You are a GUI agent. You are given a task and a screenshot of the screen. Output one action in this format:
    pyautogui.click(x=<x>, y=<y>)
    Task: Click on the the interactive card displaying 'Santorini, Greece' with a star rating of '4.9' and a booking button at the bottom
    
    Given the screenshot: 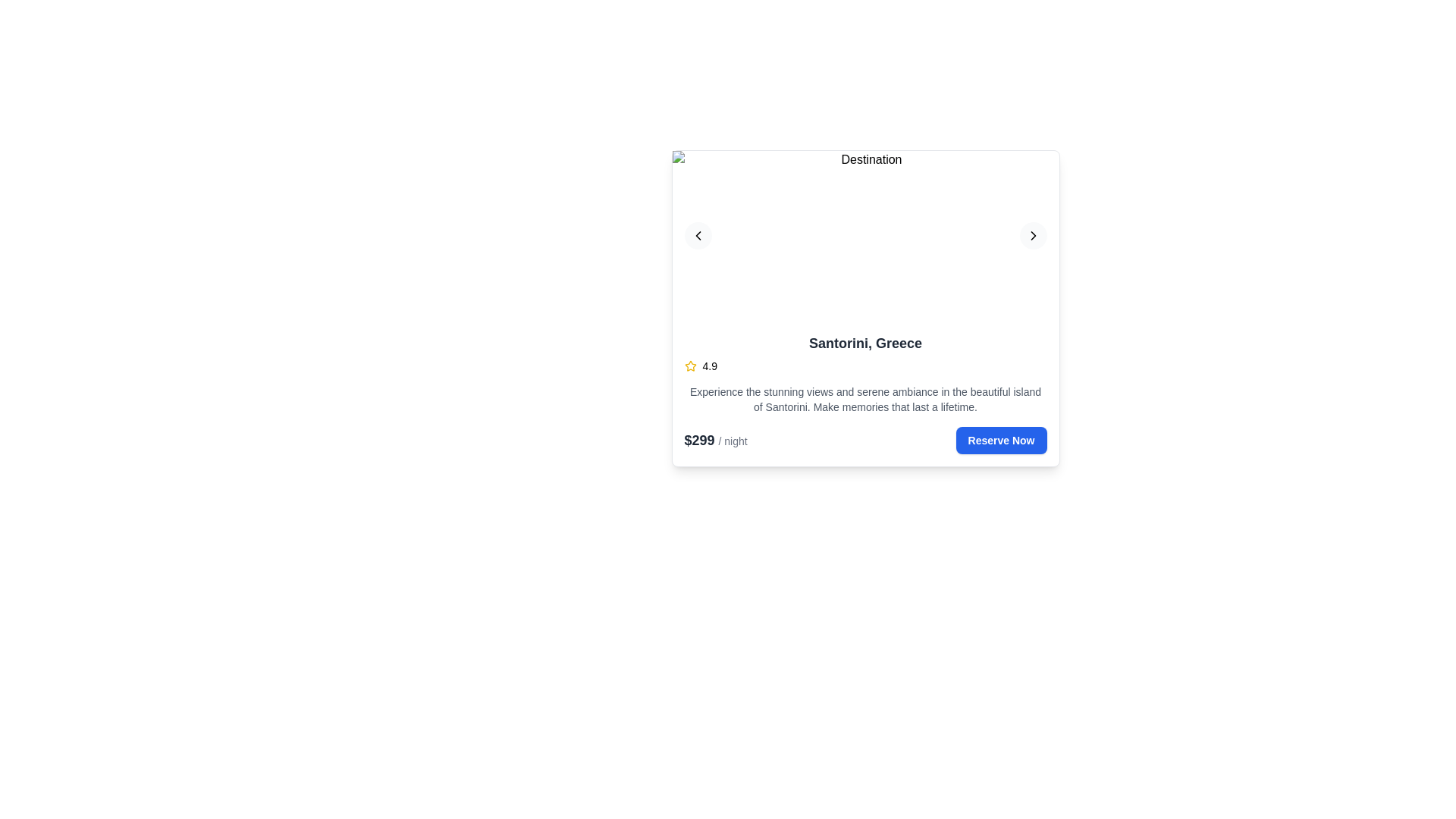 What is the action you would take?
    pyautogui.click(x=865, y=308)
    